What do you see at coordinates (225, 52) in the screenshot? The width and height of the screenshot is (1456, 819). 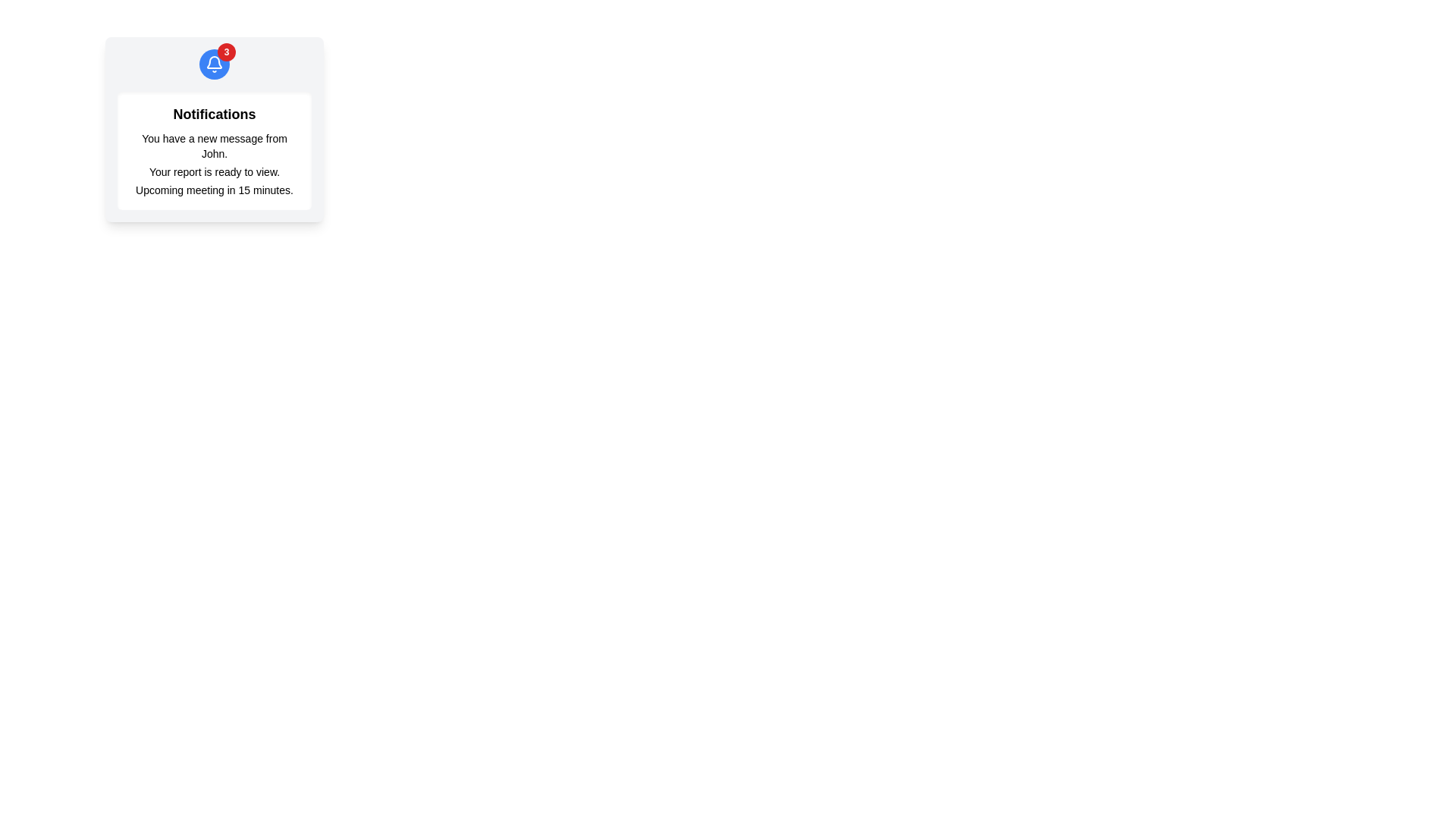 I see `the notification badge located at the top-right of the blue circular button containing a bell icon` at bounding box center [225, 52].